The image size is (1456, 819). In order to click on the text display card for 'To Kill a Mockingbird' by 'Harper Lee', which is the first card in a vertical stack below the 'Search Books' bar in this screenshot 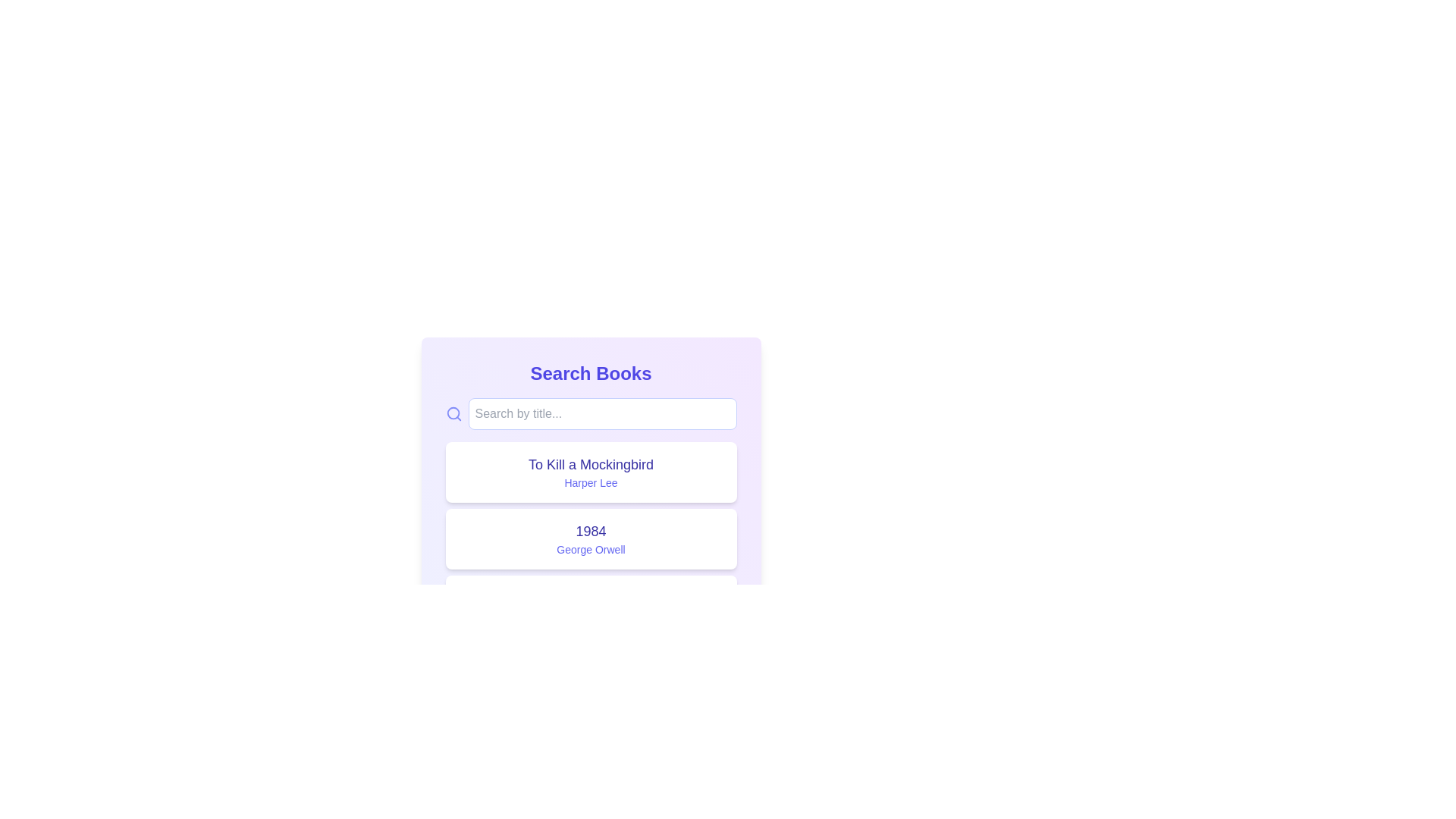, I will do `click(590, 472)`.